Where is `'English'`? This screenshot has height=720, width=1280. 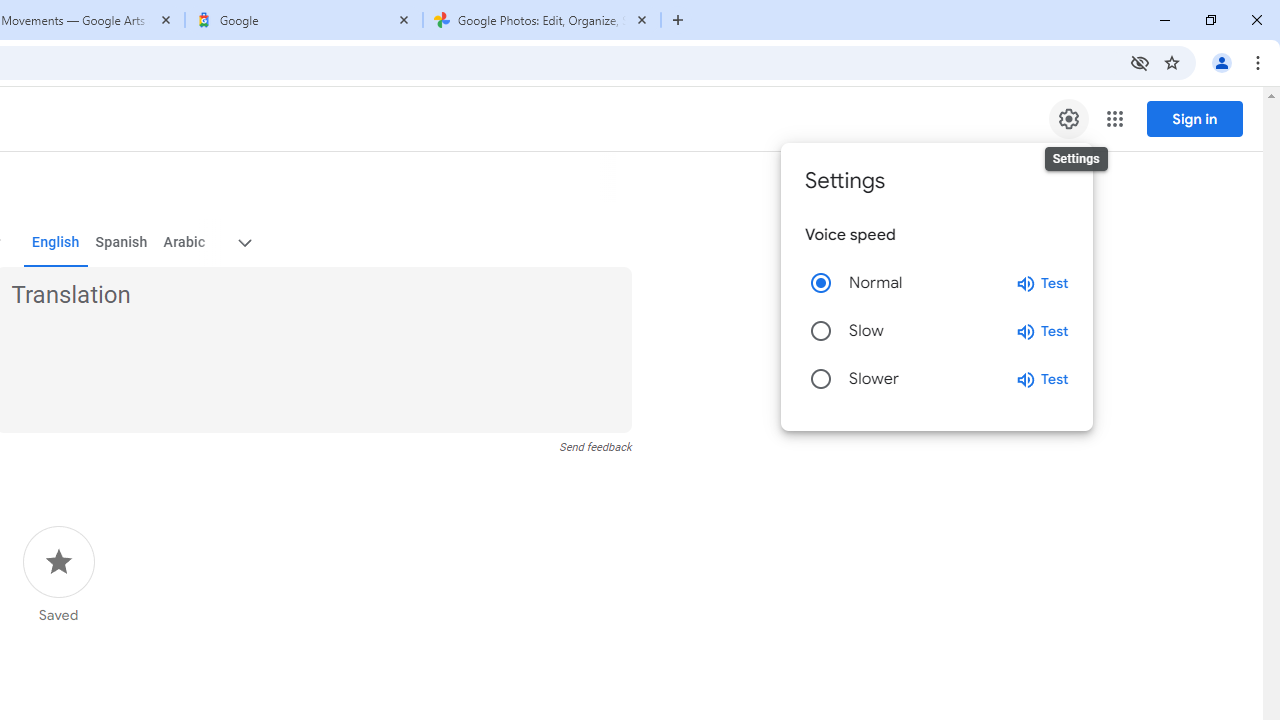
'English' is located at coordinates (55, 242).